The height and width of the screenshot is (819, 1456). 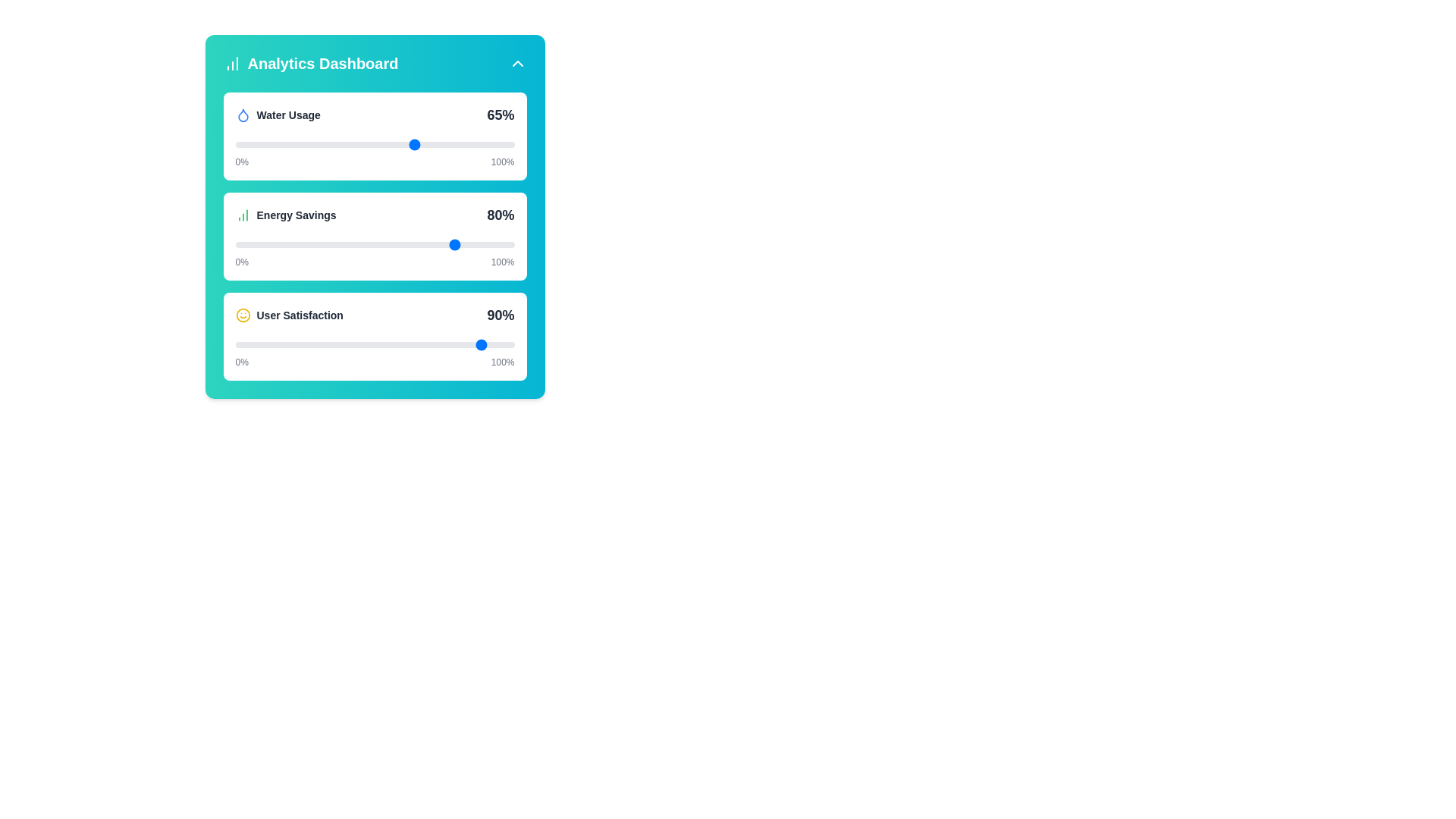 I want to click on energy savings, so click(x=297, y=244).